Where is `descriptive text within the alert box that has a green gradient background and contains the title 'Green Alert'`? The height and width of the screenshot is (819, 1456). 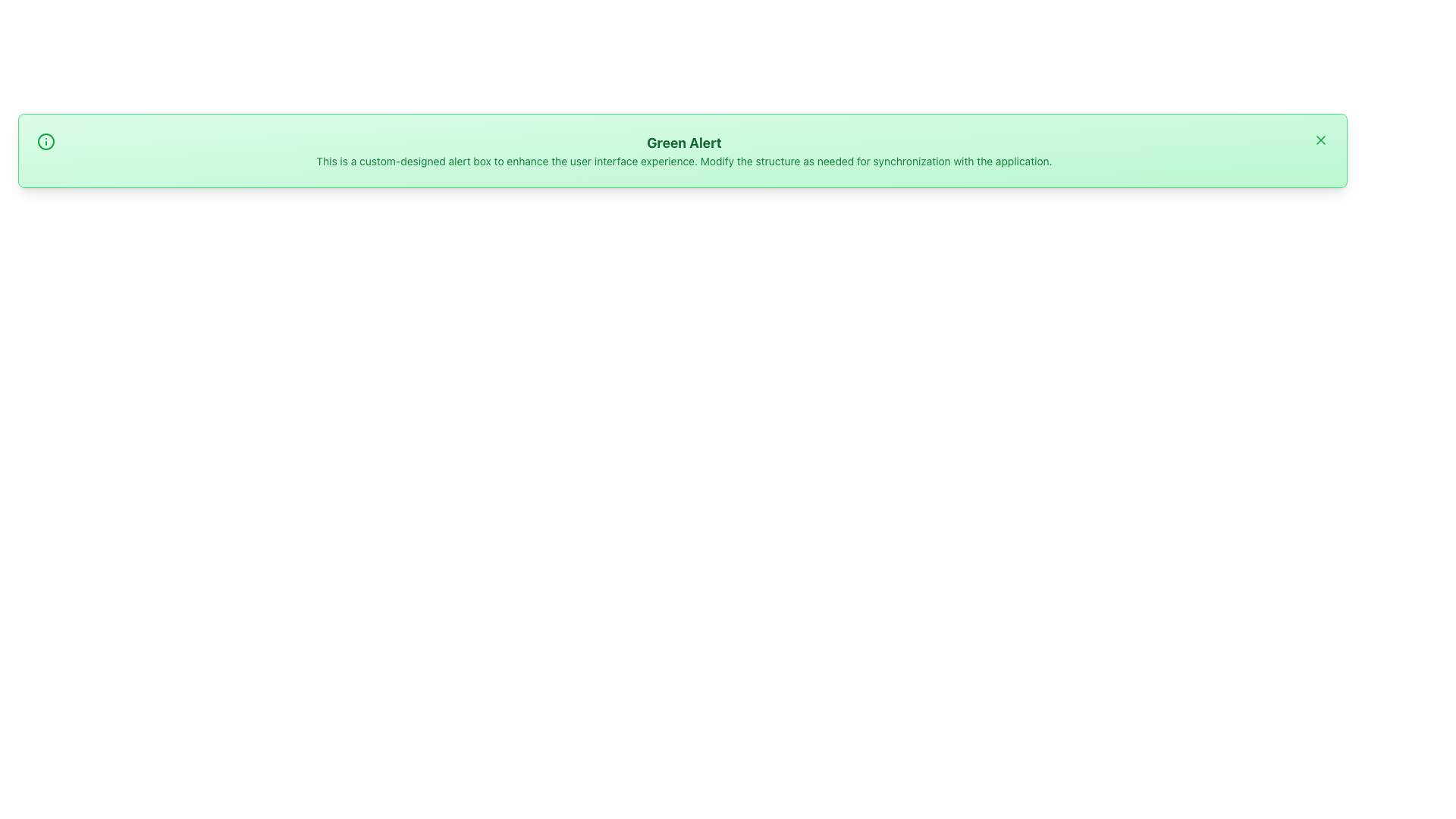
descriptive text within the alert box that has a green gradient background and contains the title 'Green Alert' is located at coordinates (683, 151).